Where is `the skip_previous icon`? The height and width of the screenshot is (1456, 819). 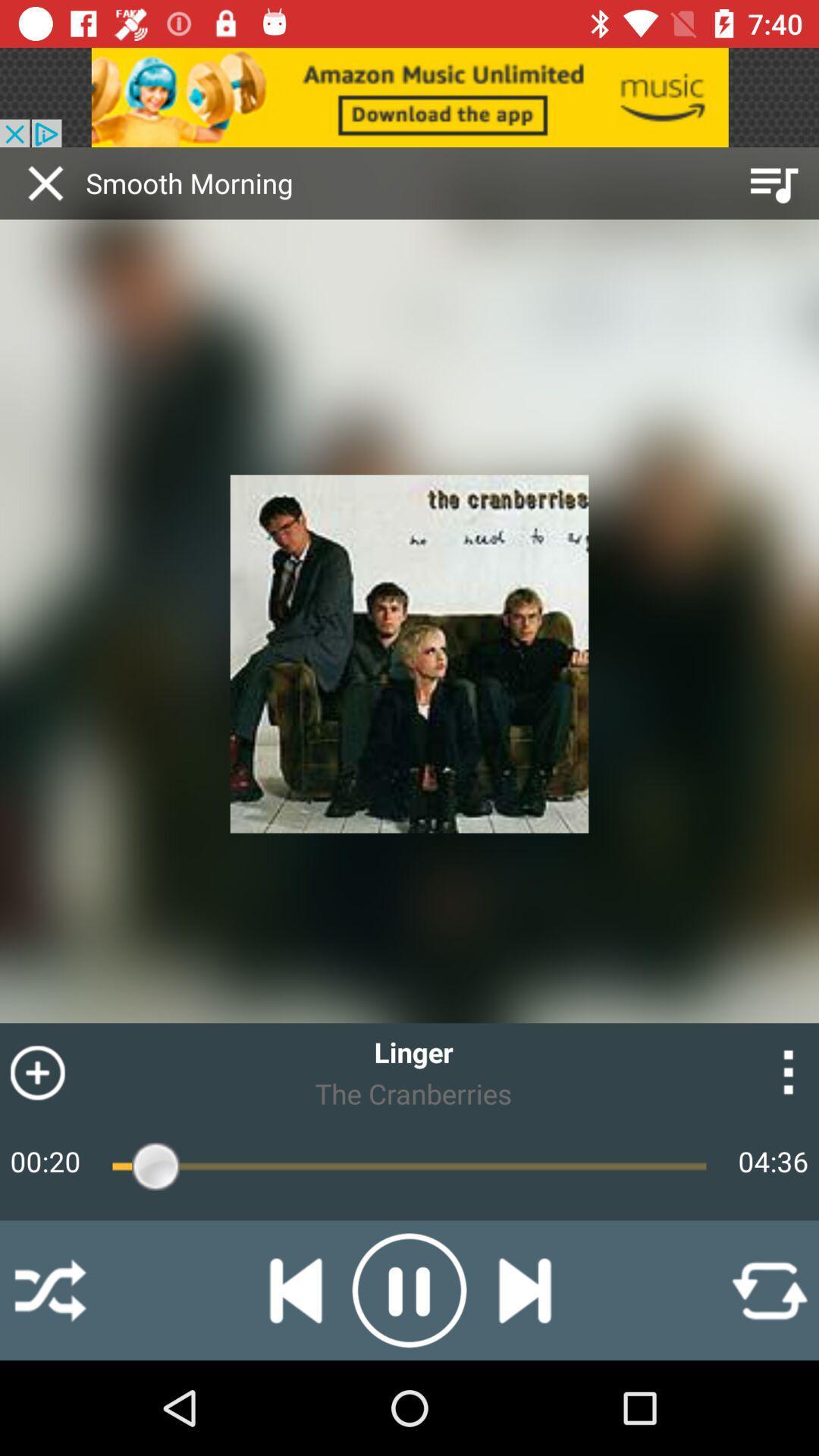 the skip_previous icon is located at coordinates (294, 1289).